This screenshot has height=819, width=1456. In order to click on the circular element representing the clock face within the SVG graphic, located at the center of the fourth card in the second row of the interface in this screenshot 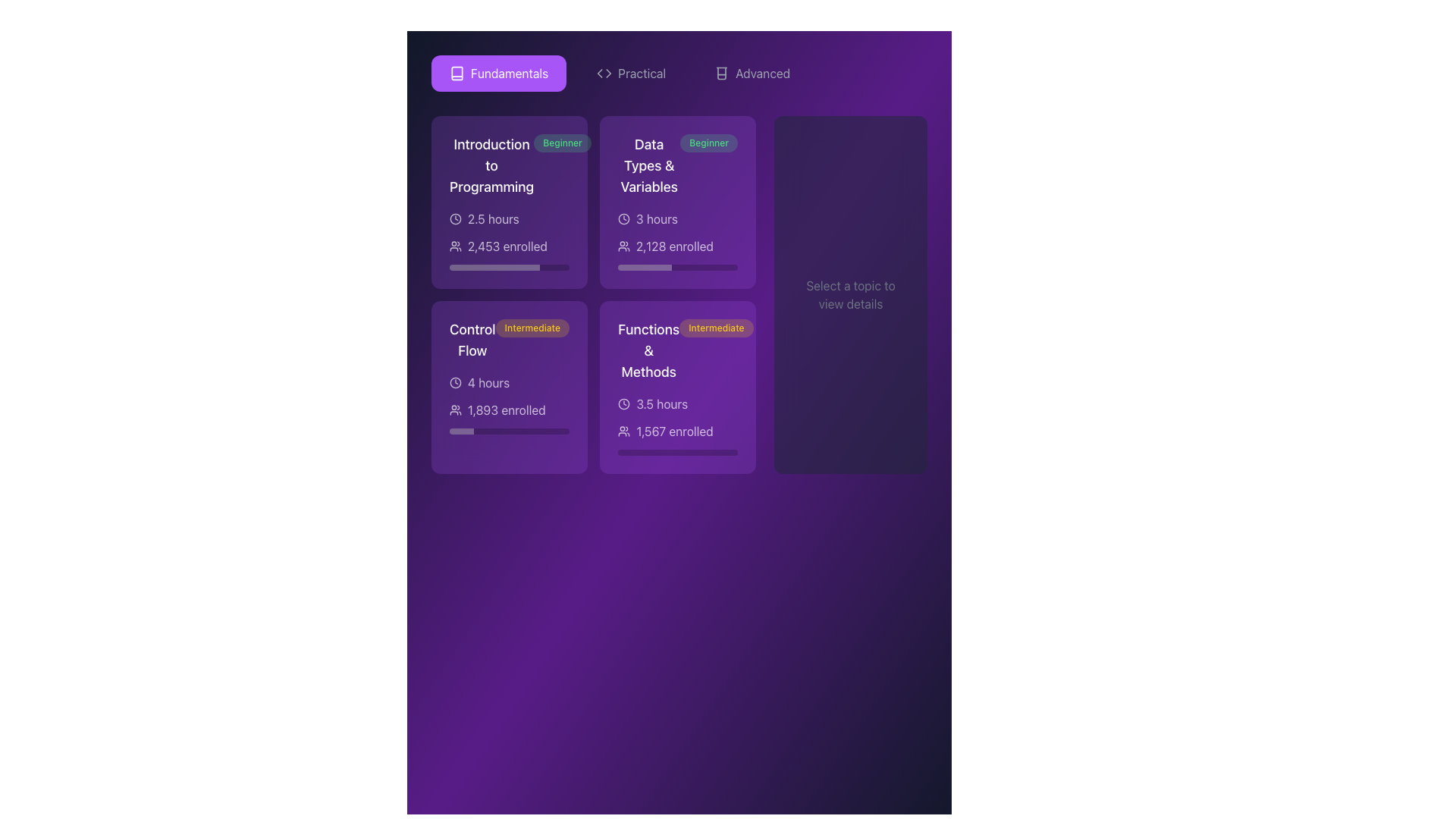, I will do `click(623, 403)`.